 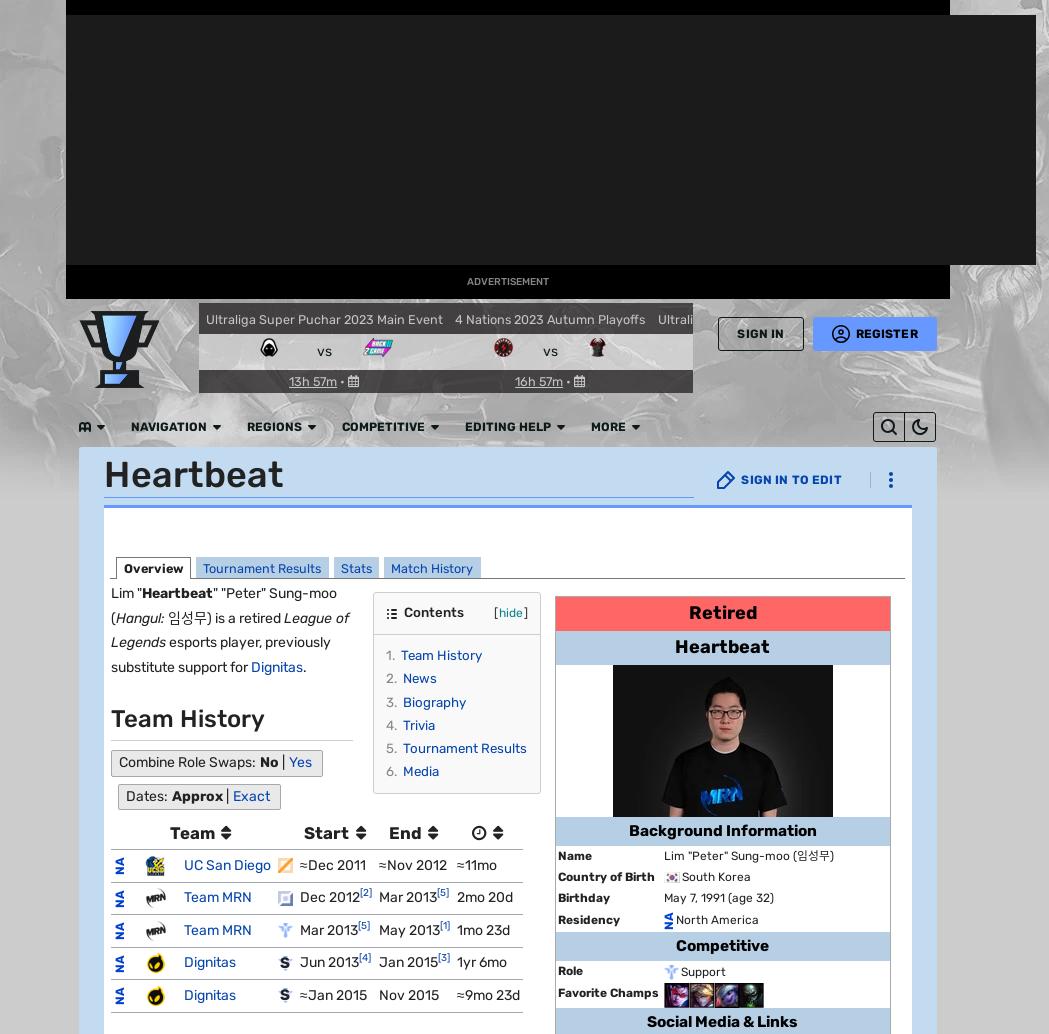 I want to click on 'TV', so click(x=31, y=499).